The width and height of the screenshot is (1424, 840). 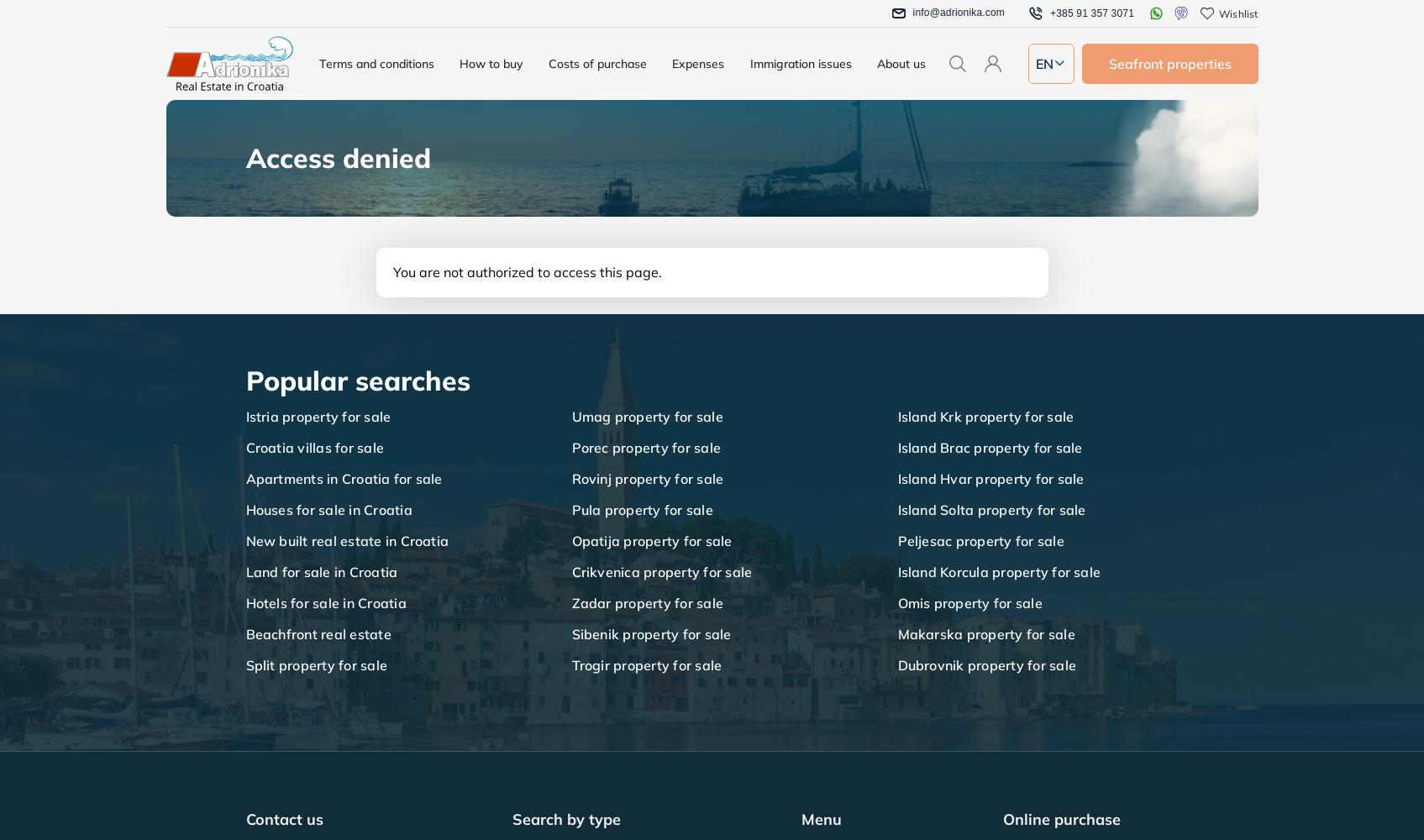 I want to click on 'Houses for sale in Croatia', so click(x=328, y=509).